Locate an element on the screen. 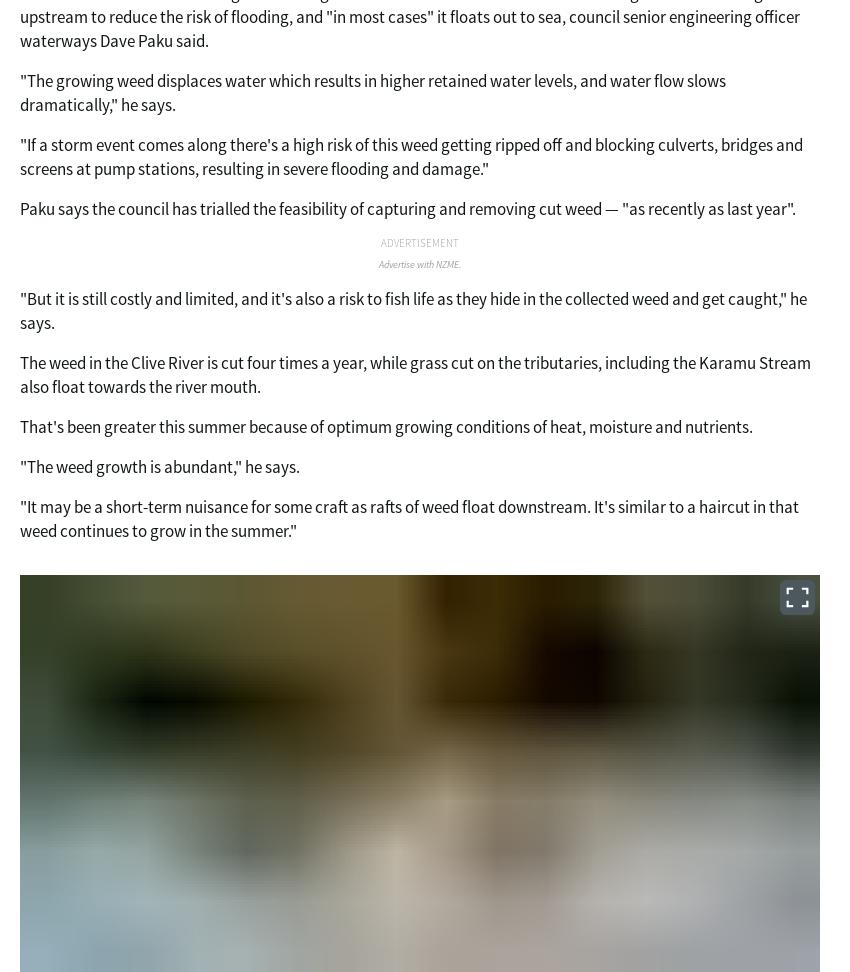 The image size is (850, 972). '"But it is still costly and limited, and it's also a risk to fish life as they hide in the collected weed and get caught," he says.' is located at coordinates (413, 308).